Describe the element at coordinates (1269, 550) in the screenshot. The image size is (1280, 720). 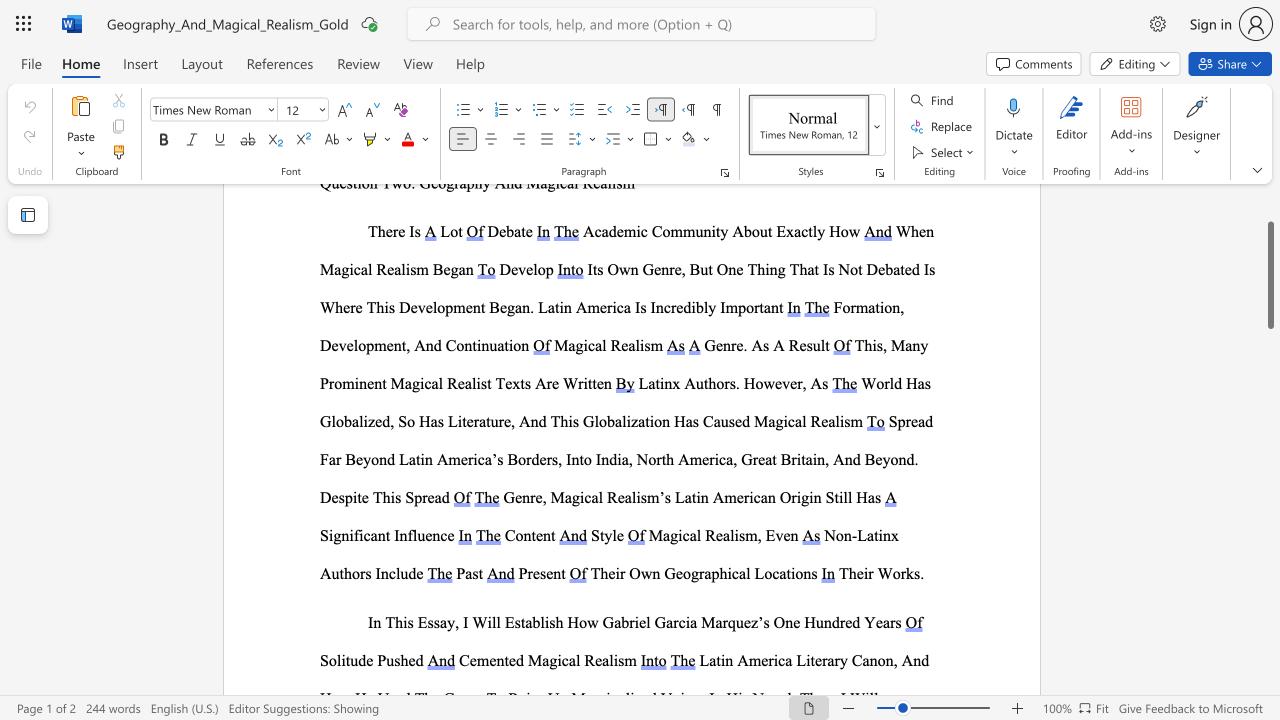
I see `the scrollbar on the side` at that location.